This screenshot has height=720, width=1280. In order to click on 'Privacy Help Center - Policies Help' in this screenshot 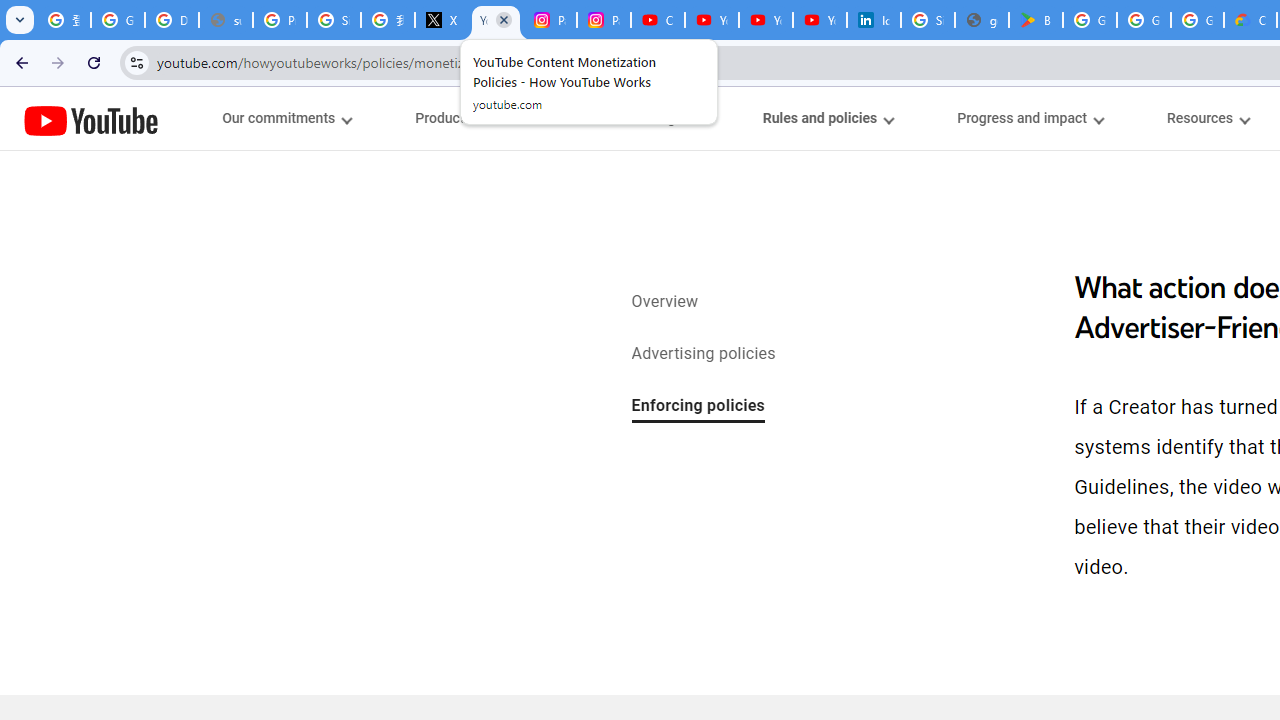, I will do `click(279, 20)`.